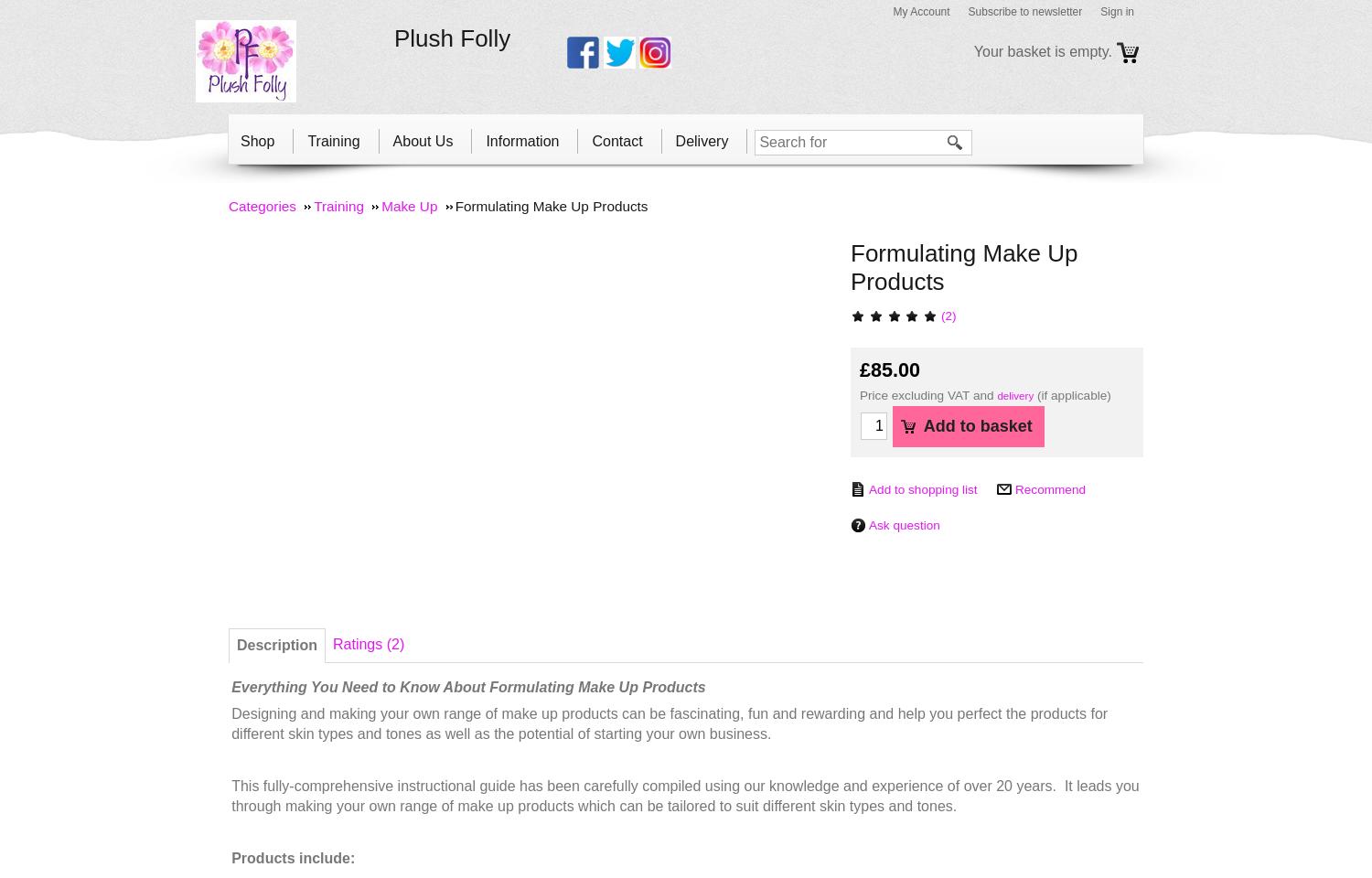 The height and width of the screenshot is (878, 1372). What do you see at coordinates (231, 723) in the screenshot?
I see `'Designing and making your own range of make up products can be fascinating, fun and rewarding and help you perfect the products for different skin types and tones as well as the potential of starting your own business.'` at bounding box center [231, 723].